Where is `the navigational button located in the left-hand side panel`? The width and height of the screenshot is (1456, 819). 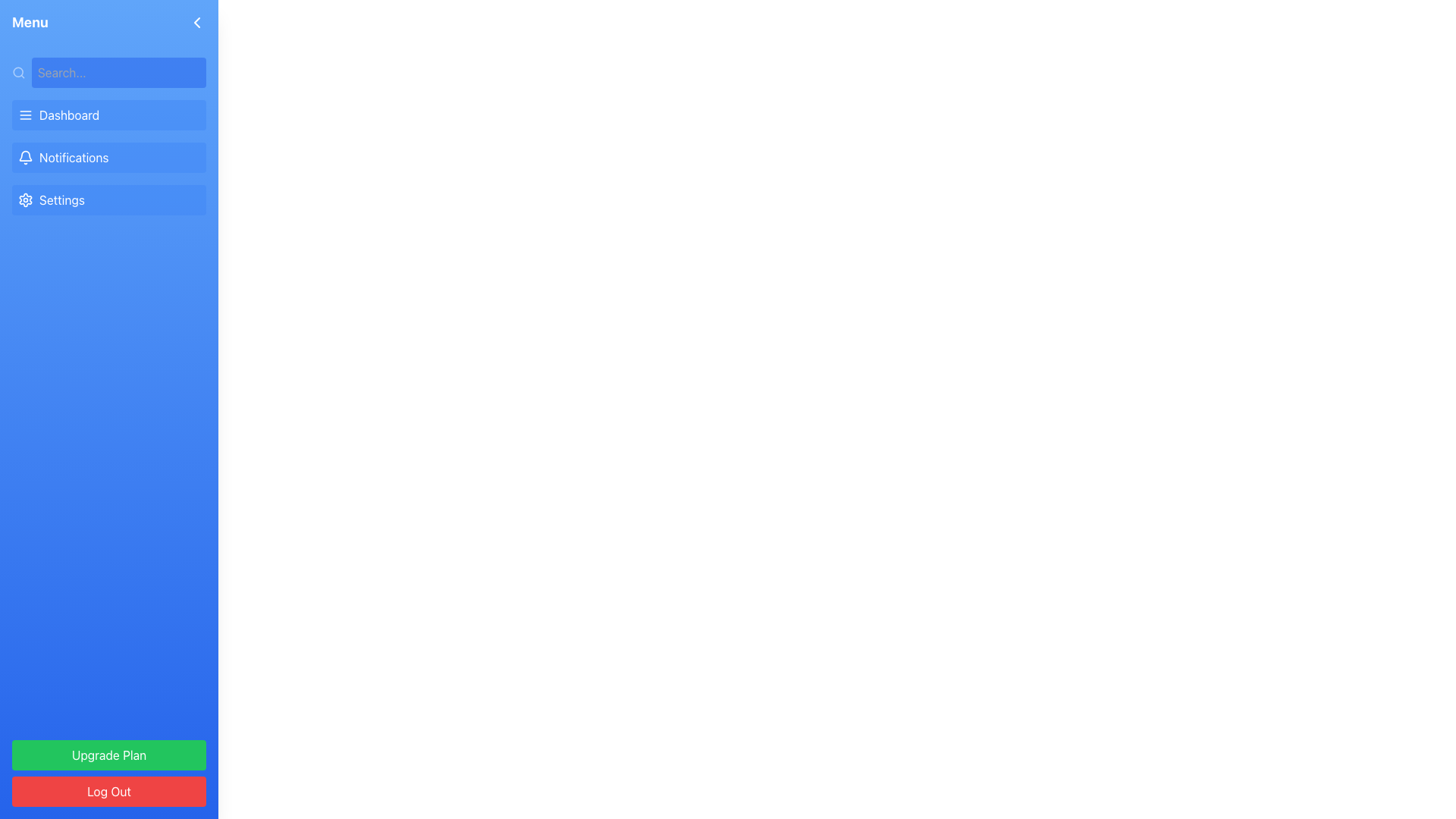
the navigational button located in the left-hand side panel is located at coordinates (108, 114).